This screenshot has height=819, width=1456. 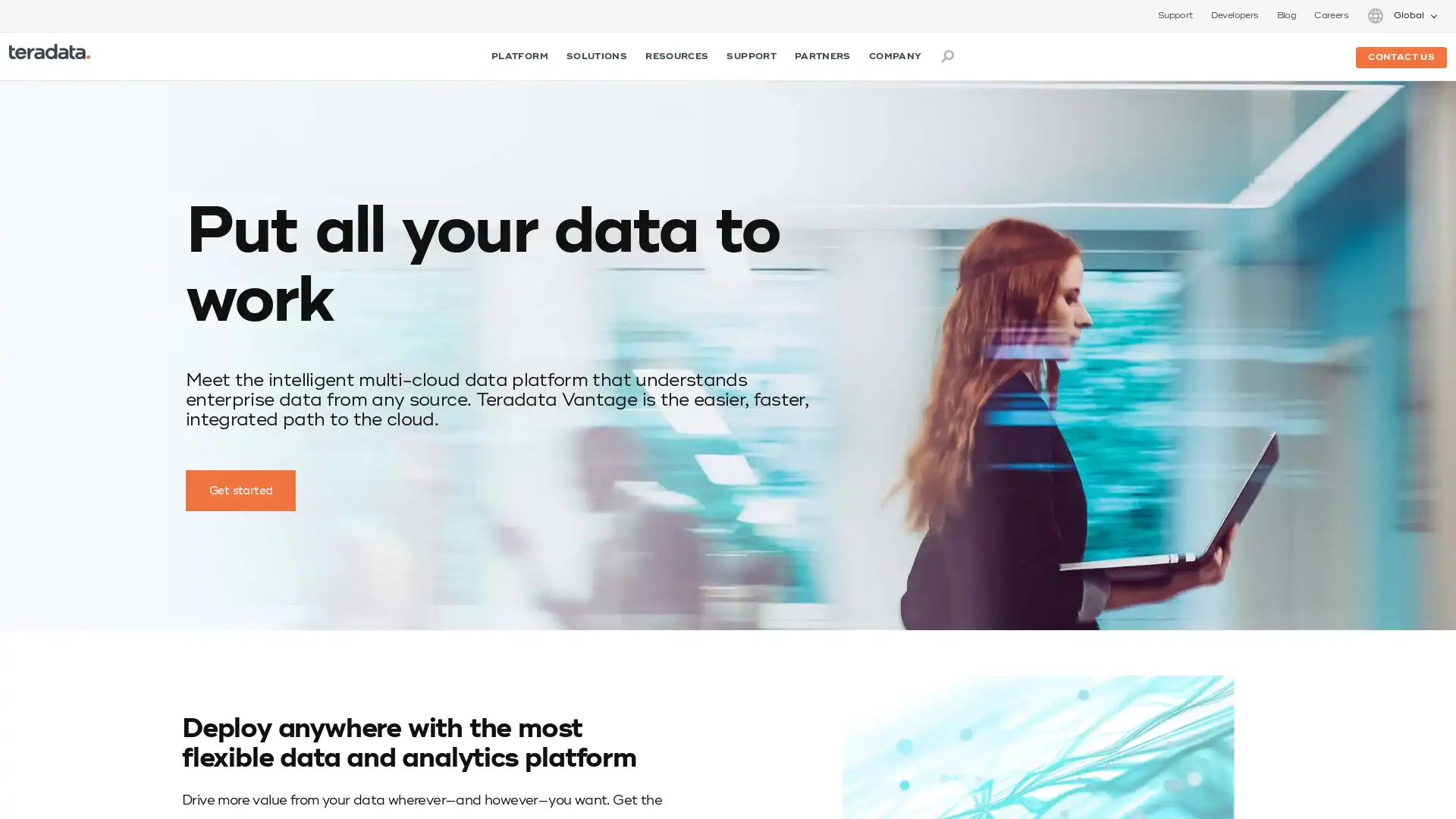 I want to click on Global, so click(x=1401, y=15).